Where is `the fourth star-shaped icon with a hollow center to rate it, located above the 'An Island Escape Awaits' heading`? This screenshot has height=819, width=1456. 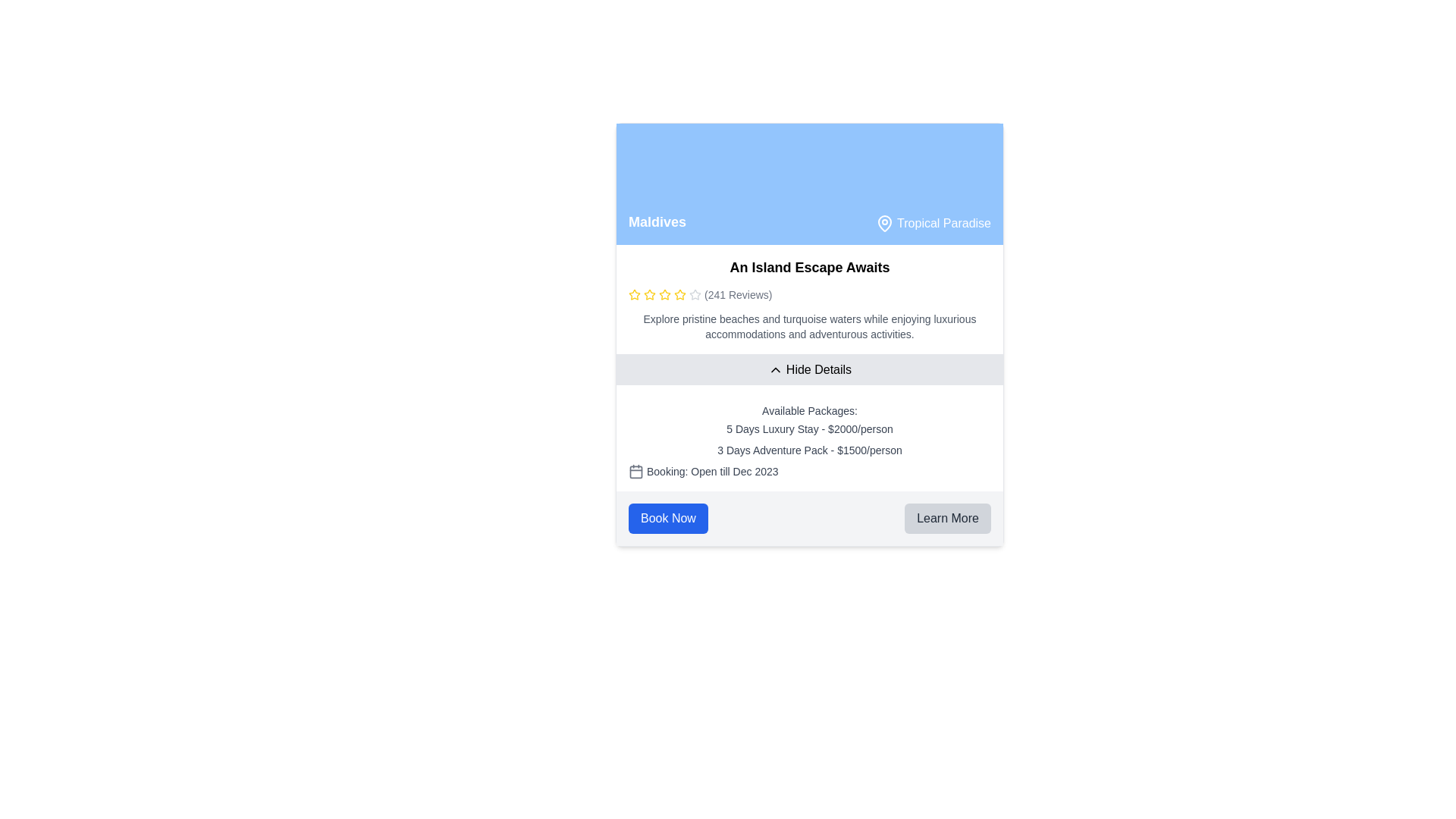 the fourth star-shaped icon with a hollow center to rate it, located above the 'An Island Escape Awaits' heading is located at coordinates (694, 294).